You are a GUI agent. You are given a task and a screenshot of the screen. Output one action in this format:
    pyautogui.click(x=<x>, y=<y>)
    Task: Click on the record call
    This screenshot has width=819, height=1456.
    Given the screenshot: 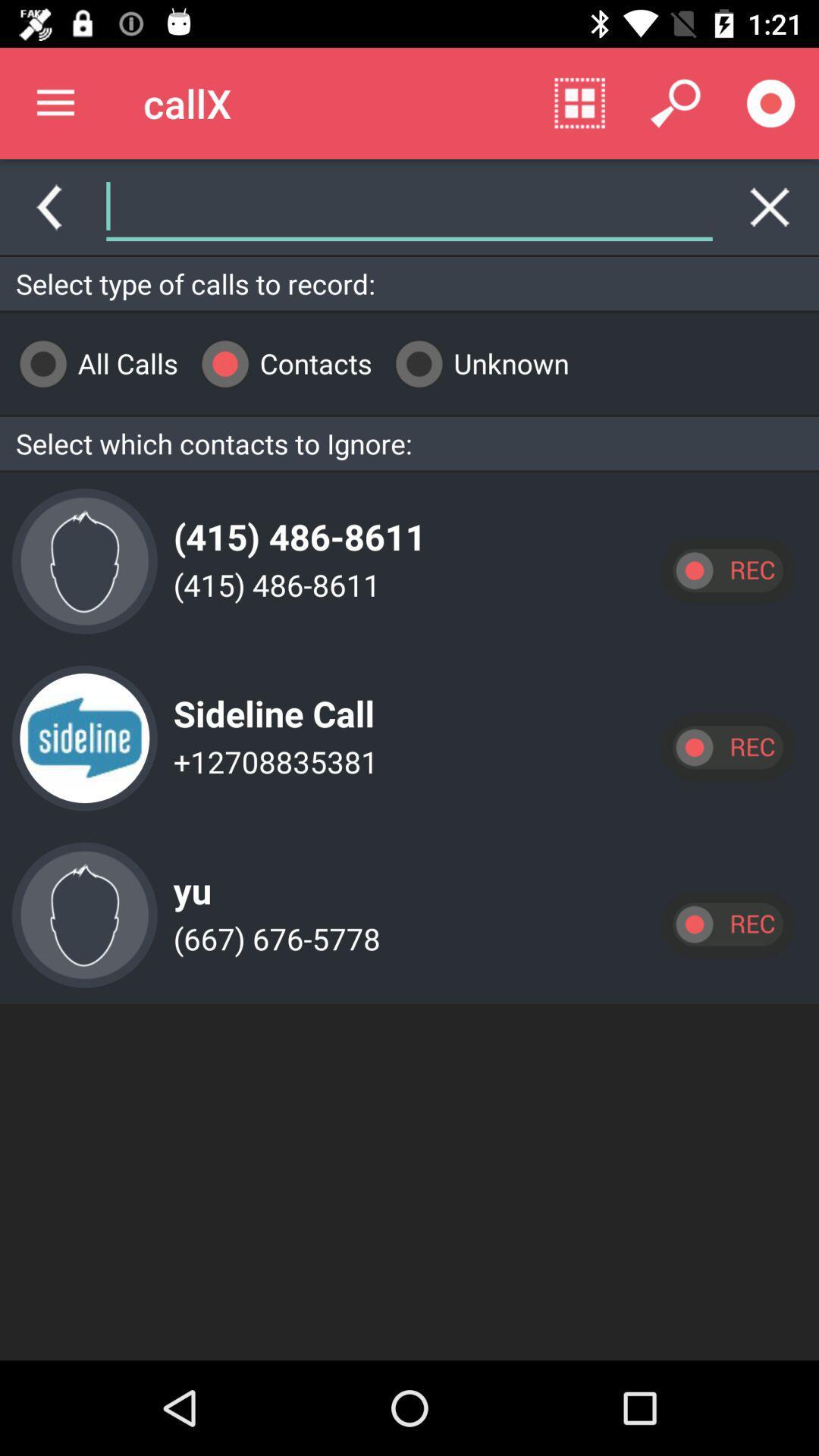 What is the action you would take?
    pyautogui.click(x=771, y=102)
    